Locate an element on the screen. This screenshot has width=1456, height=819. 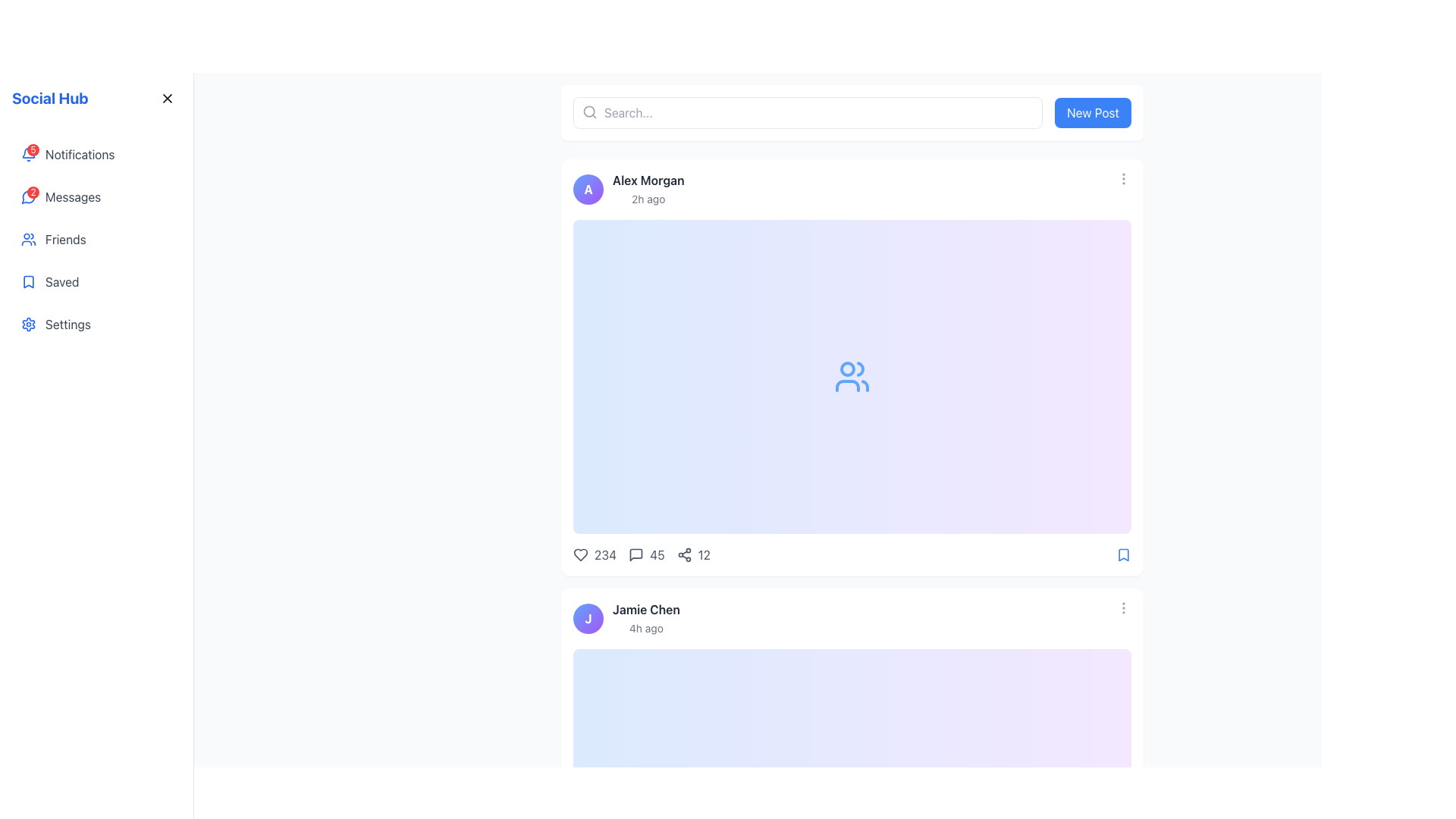
the informational Text label that shows the time elapsed since the user's action, located to the right of 'Alex Morgan' in the header section of the social media post is located at coordinates (648, 198).